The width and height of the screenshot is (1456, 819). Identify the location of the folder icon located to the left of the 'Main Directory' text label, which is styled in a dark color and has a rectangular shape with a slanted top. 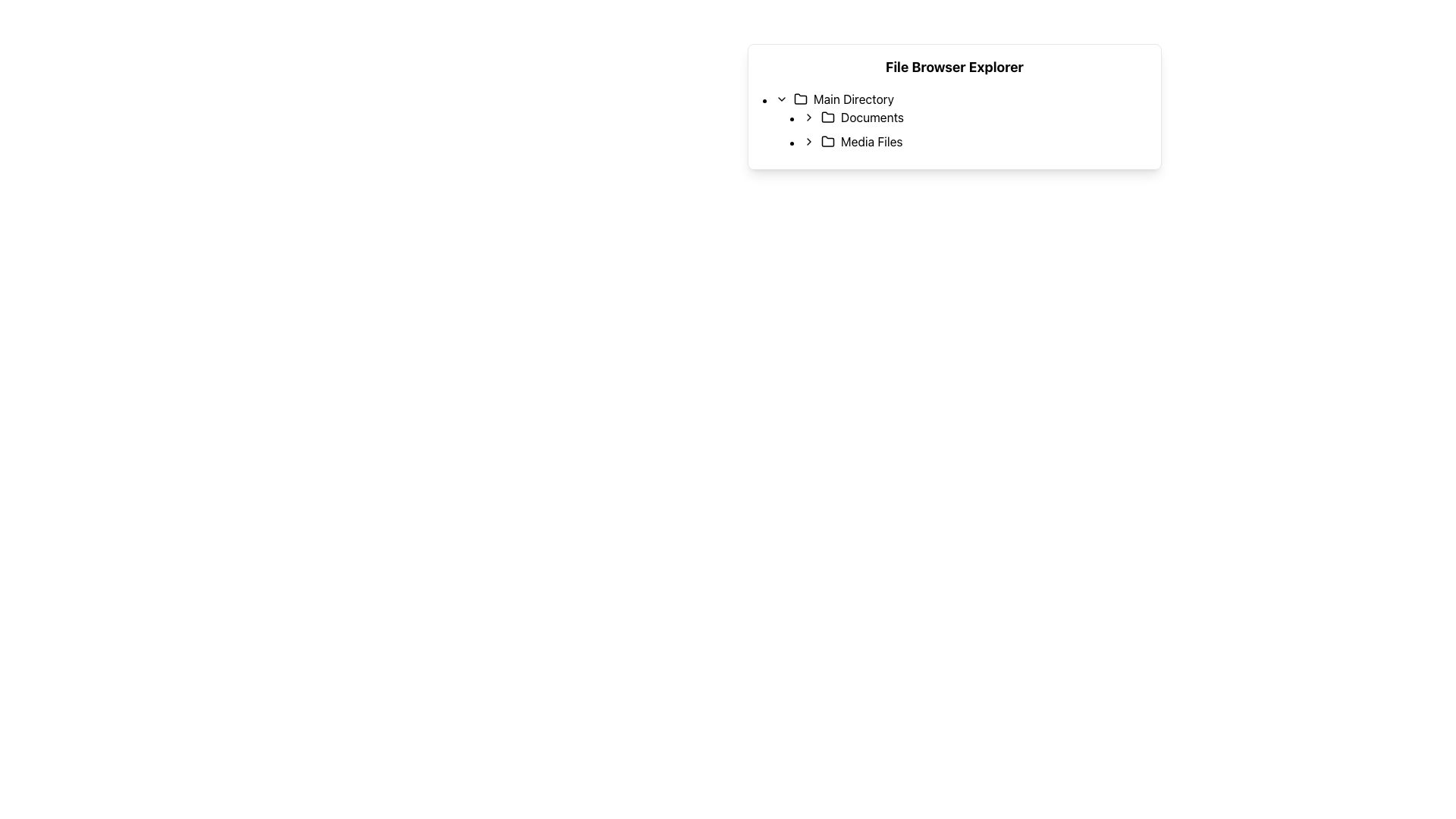
(800, 99).